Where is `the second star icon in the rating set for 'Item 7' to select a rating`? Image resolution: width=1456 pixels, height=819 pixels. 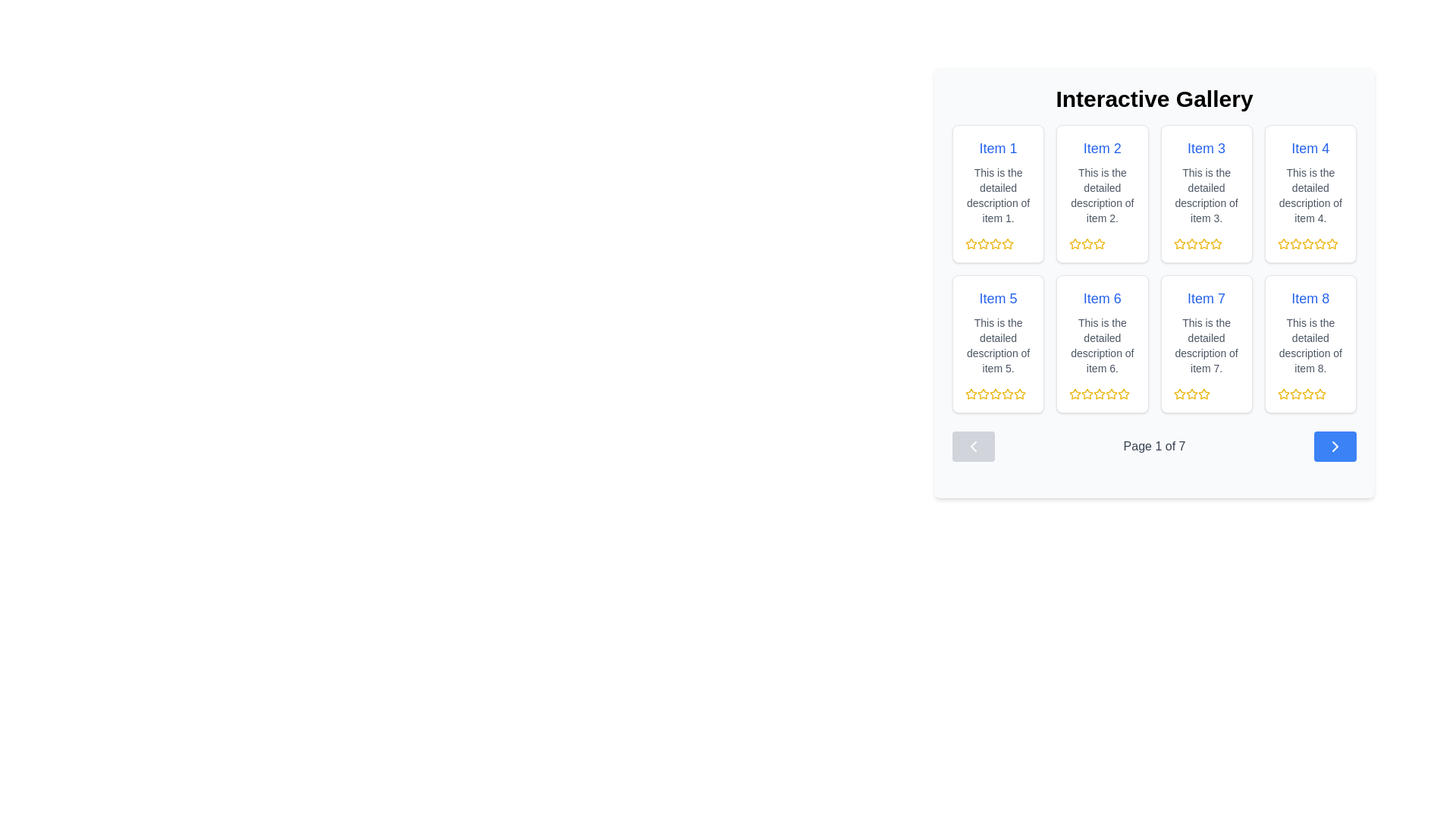 the second star icon in the rating set for 'Item 7' to select a rating is located at coordinates (1191, 393).